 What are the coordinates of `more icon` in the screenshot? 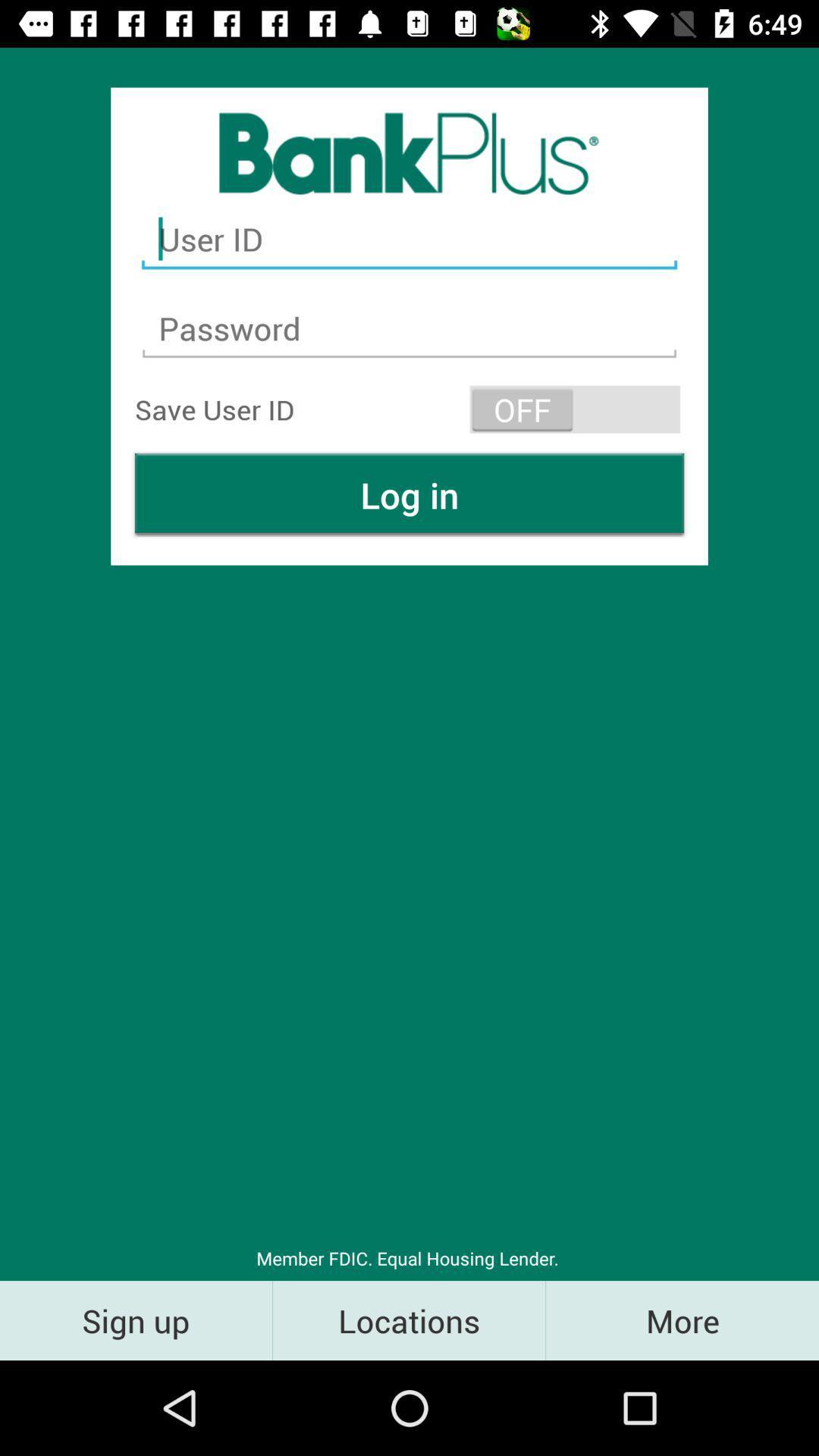 It's located at (681, 1319).